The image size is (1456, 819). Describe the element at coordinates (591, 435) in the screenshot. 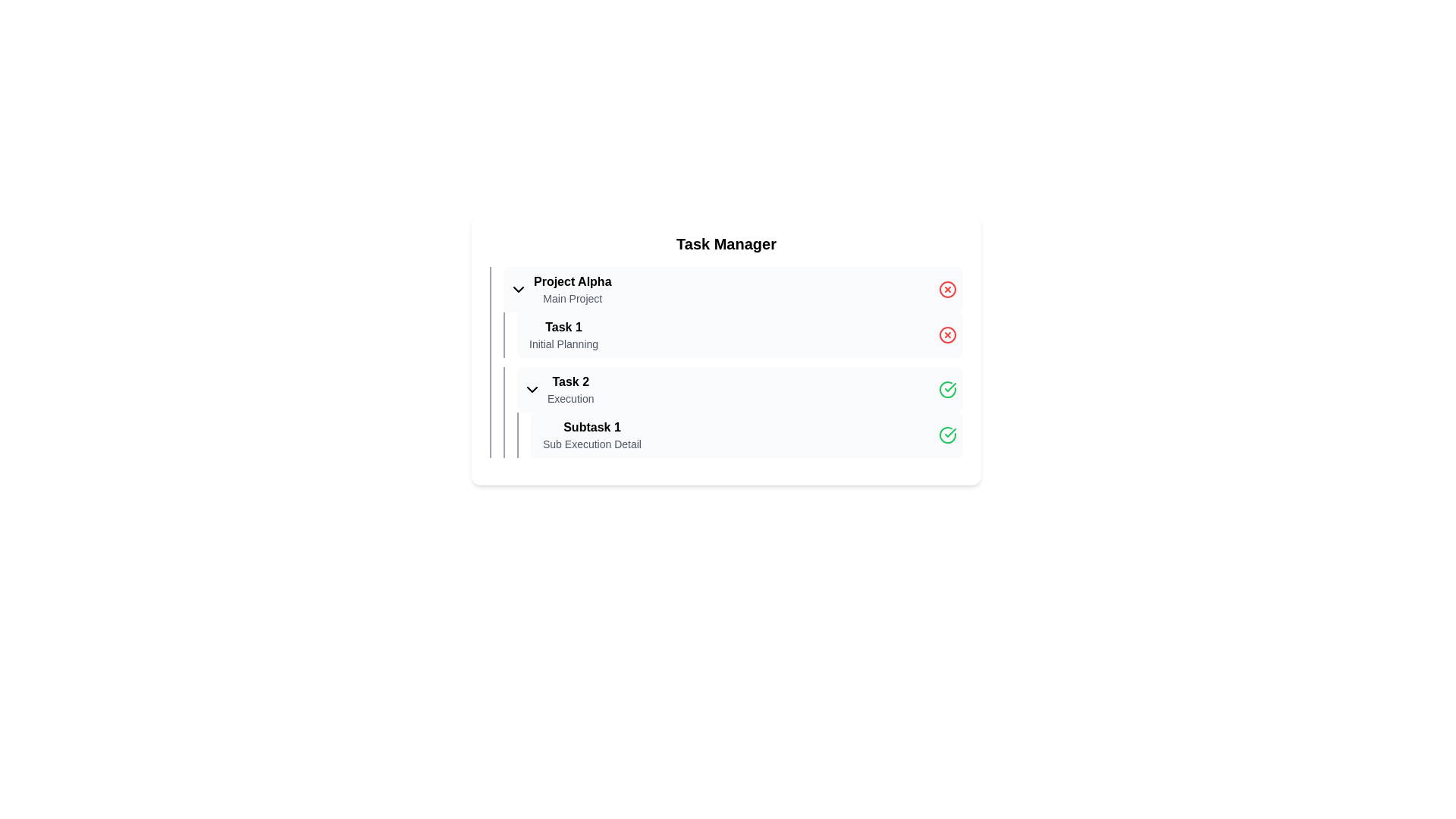

I see `the text label displaying 'Subtask 1' and 'Sub Execution Detail', which is positioned beneath 'Task 2' in the task manager interface` at that location.